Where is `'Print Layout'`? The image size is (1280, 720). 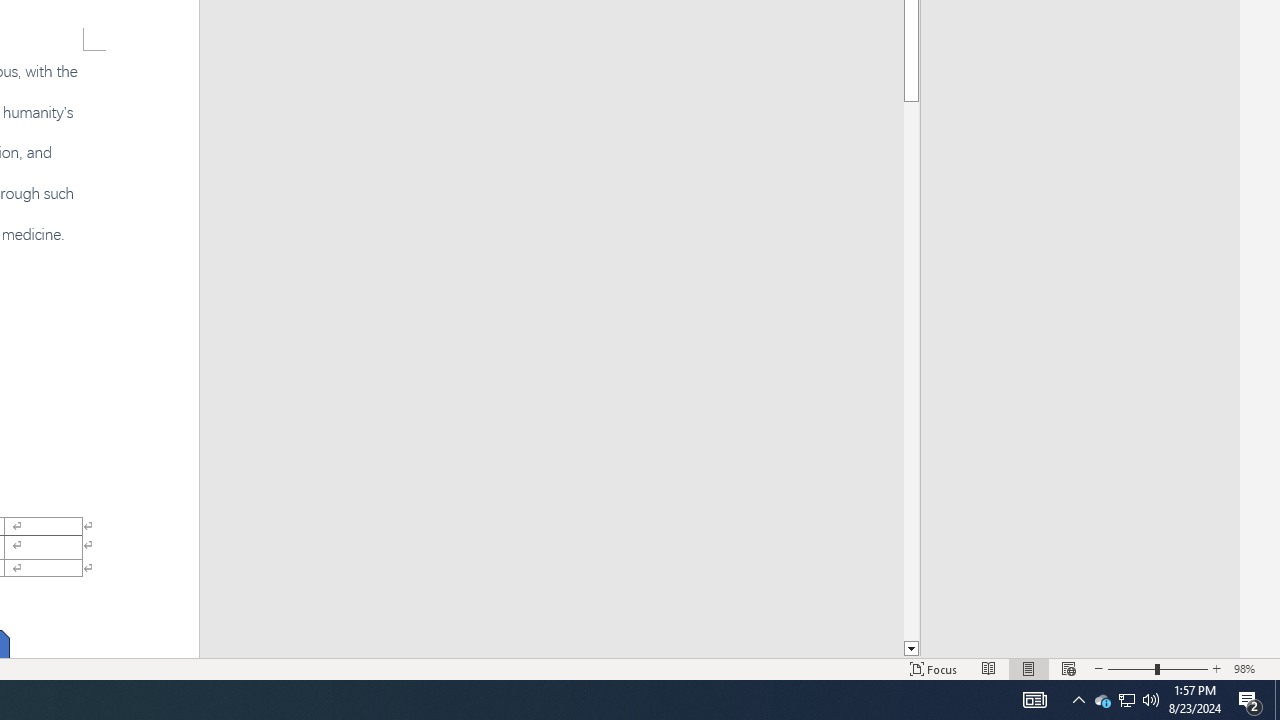 'Print Layout' is located at coordinates (1029, 669).